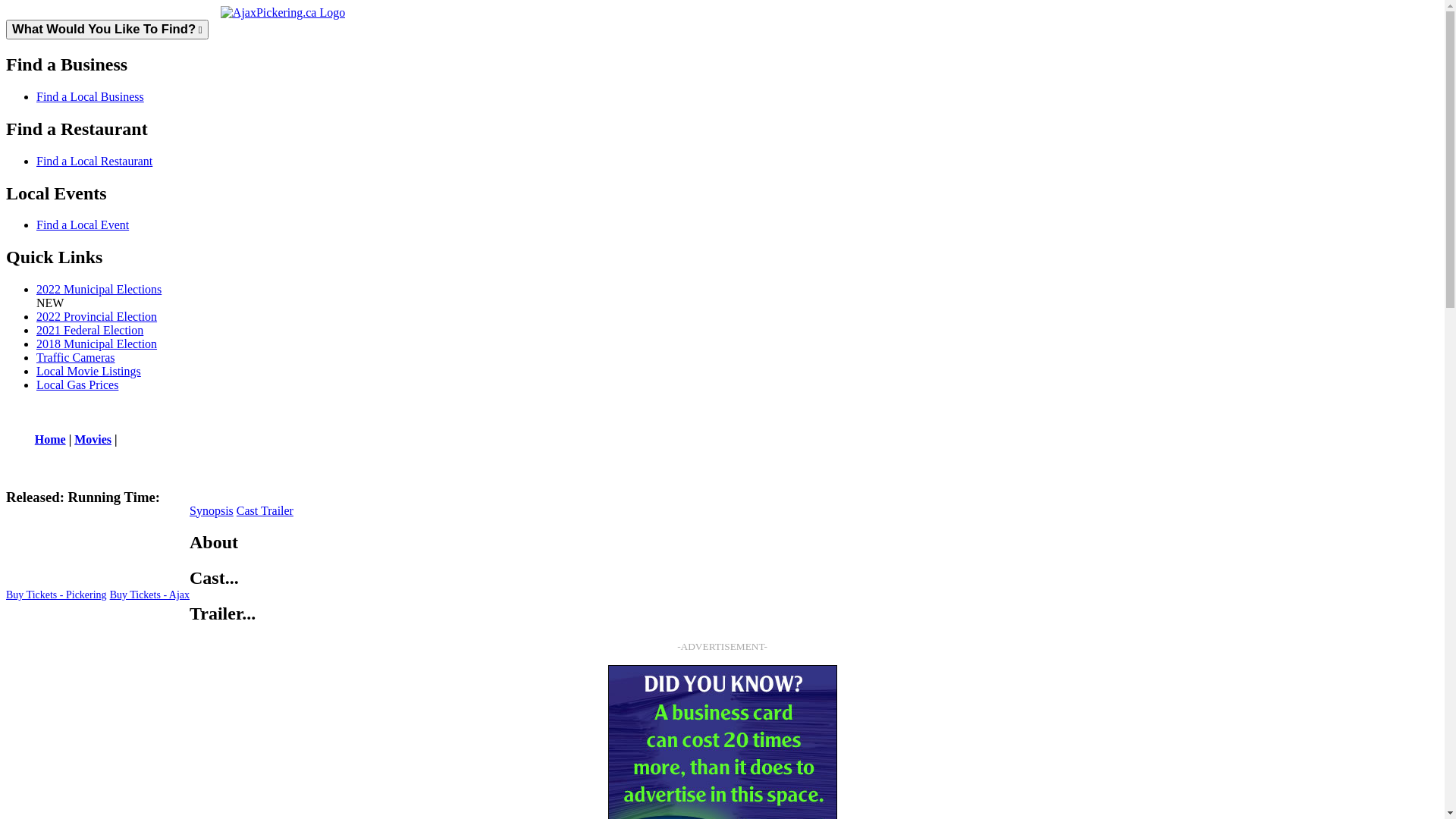 The width and height of the screenshot is (1456, 819). I want to click on 'Home', so click(50, 439).